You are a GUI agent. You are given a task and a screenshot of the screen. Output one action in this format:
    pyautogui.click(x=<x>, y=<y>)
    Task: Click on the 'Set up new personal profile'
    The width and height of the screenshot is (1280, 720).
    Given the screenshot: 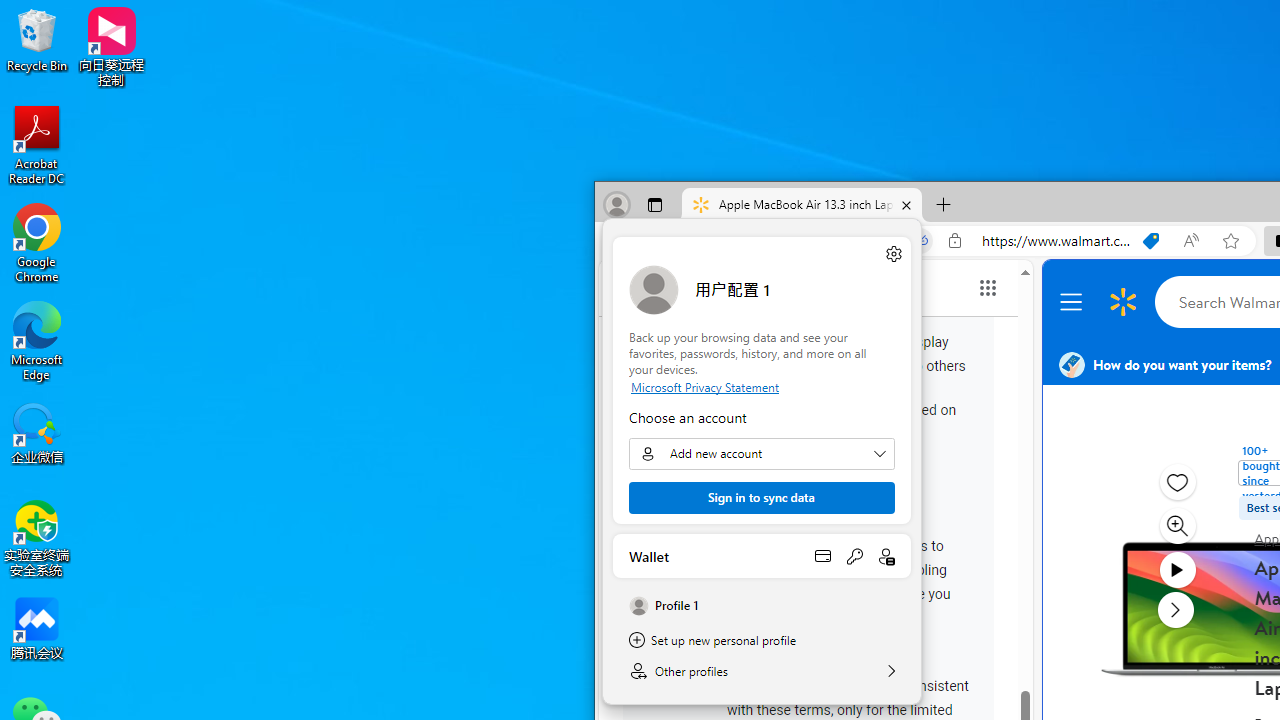 What is the action you would take?
    pyautogui.click(x=761, y=640)
    